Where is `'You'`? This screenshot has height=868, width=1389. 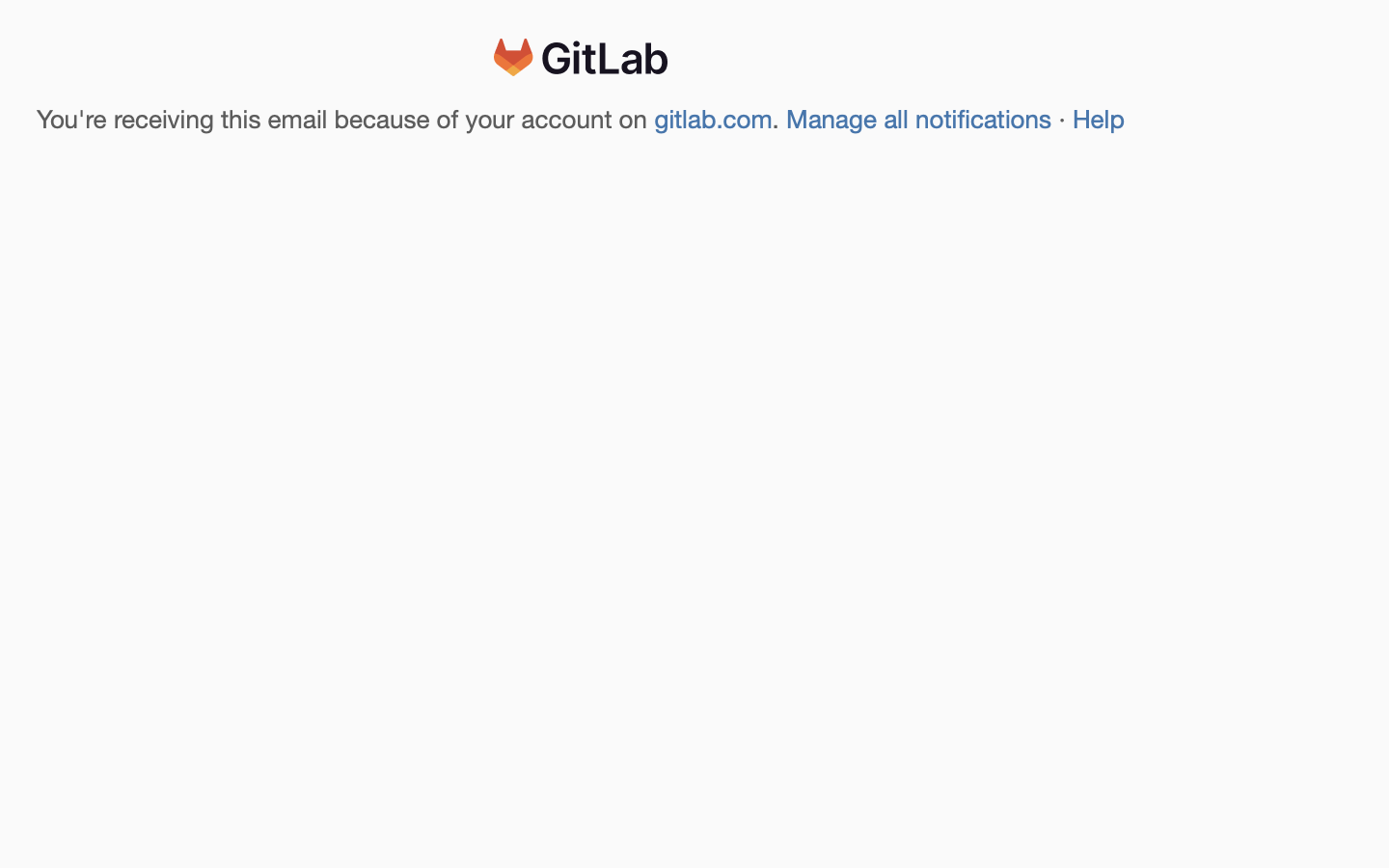 'You' is located at coordinates (345, 120).